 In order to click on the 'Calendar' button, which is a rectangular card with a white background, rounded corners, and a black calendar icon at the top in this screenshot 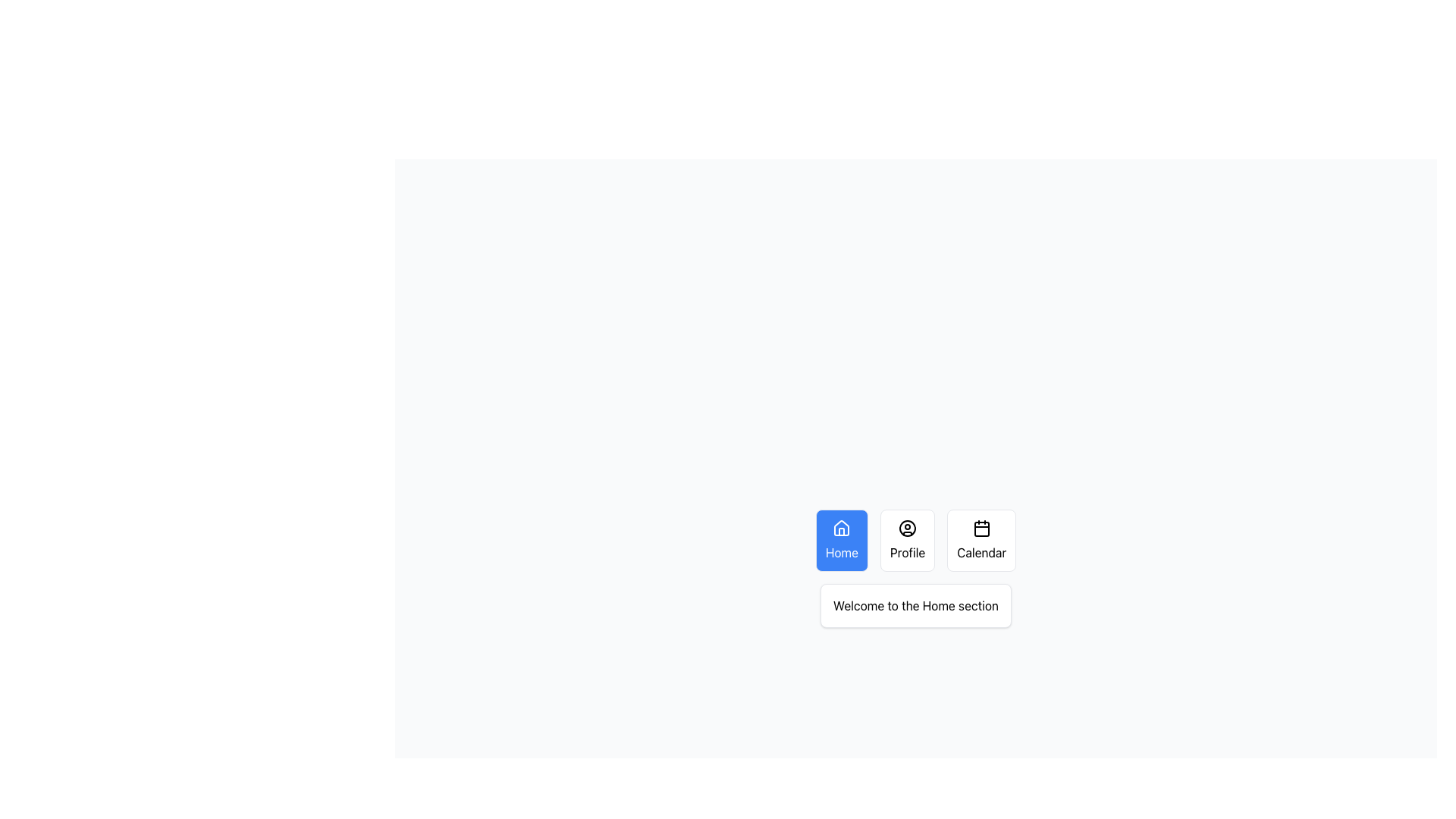, I will do `click(981, 540)`.